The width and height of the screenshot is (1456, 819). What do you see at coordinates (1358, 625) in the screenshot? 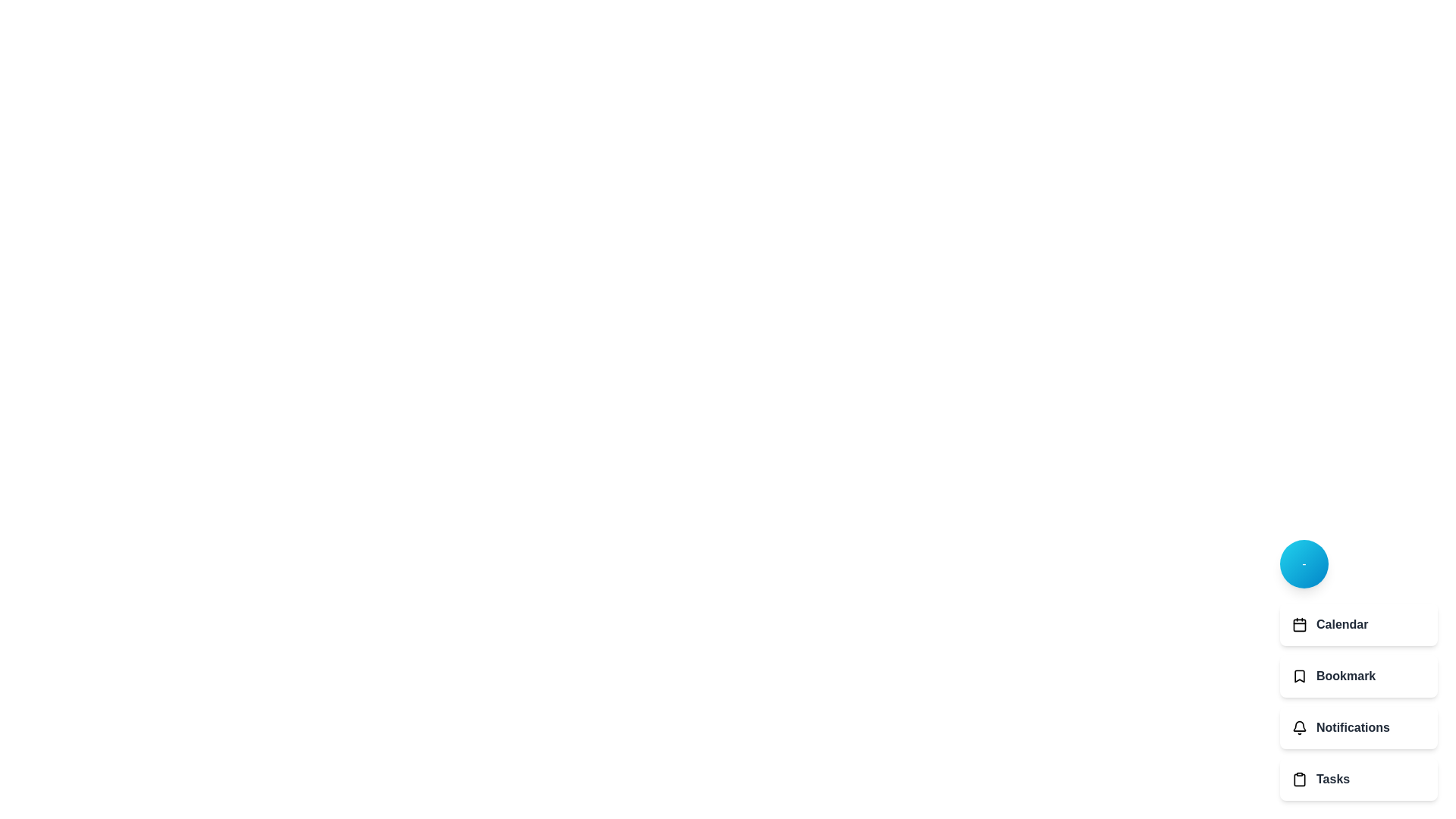
I see `the Calendar option from the menu` at bounding box center [1358, 625].